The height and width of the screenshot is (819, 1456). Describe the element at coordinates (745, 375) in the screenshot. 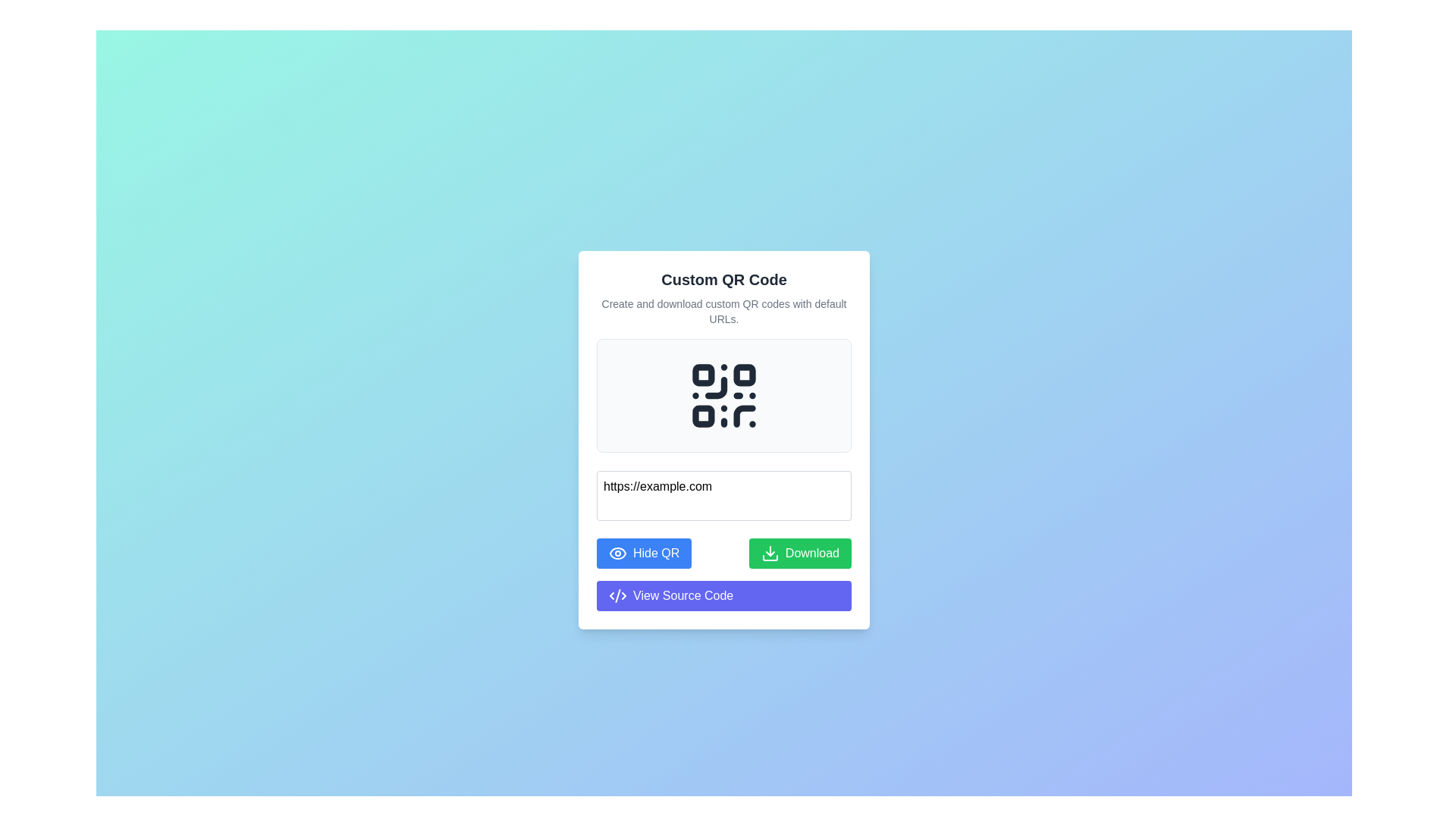

I see `the second square with rounded corners in the top row of the QR code graphic, which is a dark-colored static graphical component` at that location.